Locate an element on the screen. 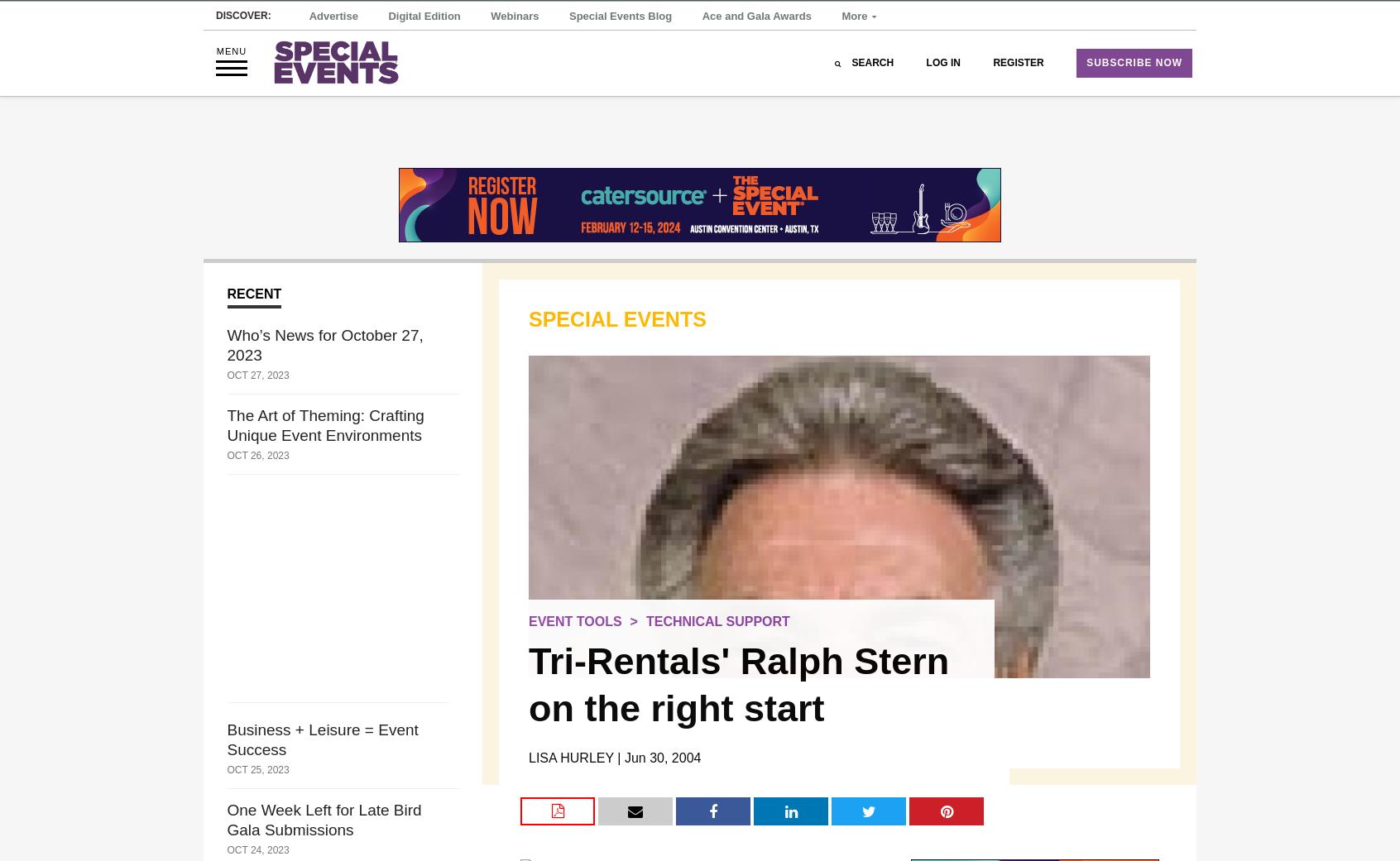  'Event Tools' is located at coordinates (575, 621).